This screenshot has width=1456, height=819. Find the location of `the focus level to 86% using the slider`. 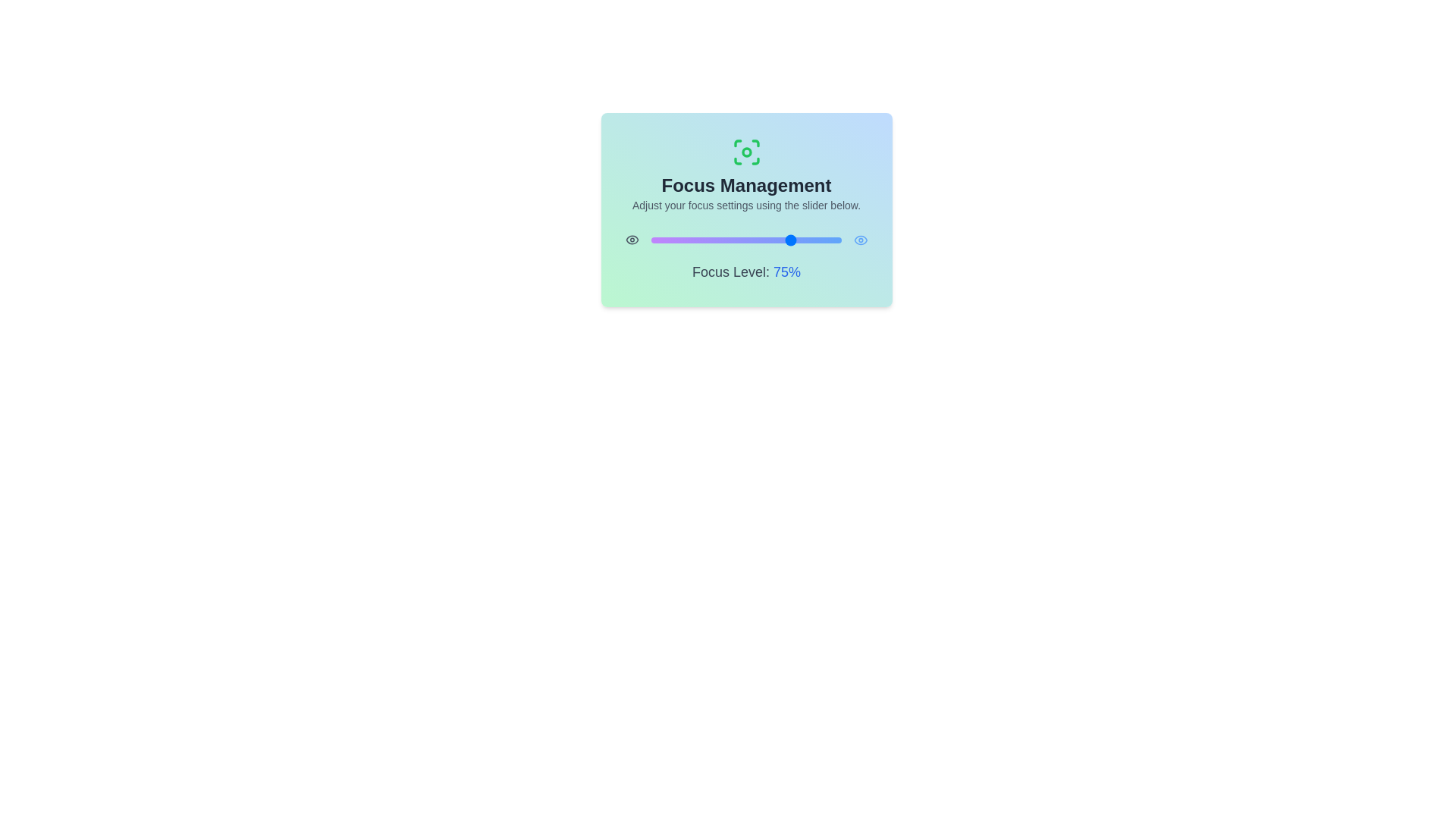

the focus level to 86% using the slider is located at coordinates (814, 239).